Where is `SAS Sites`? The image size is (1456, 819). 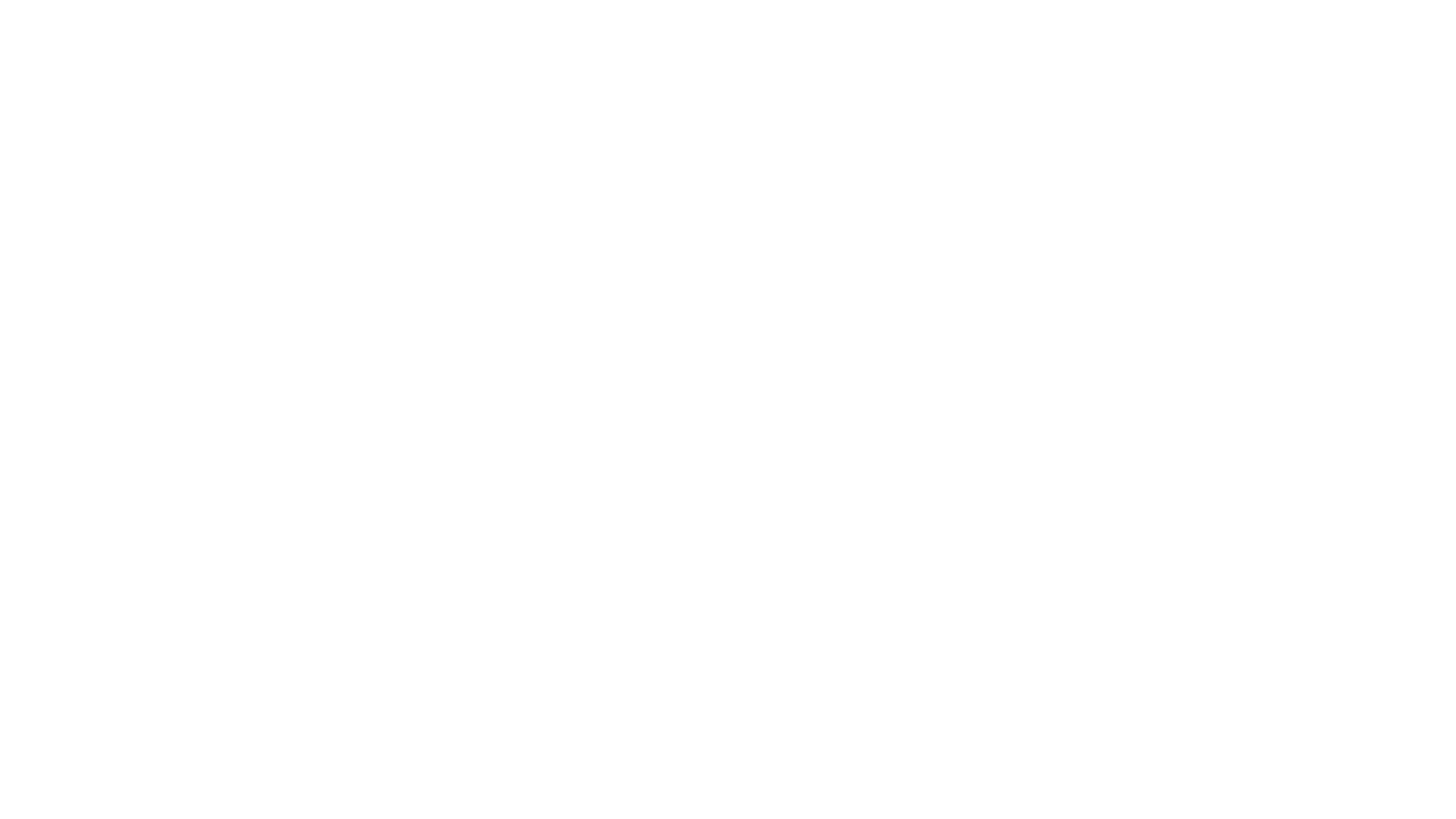
SAS Sites is located at coordinates (1130, 24).